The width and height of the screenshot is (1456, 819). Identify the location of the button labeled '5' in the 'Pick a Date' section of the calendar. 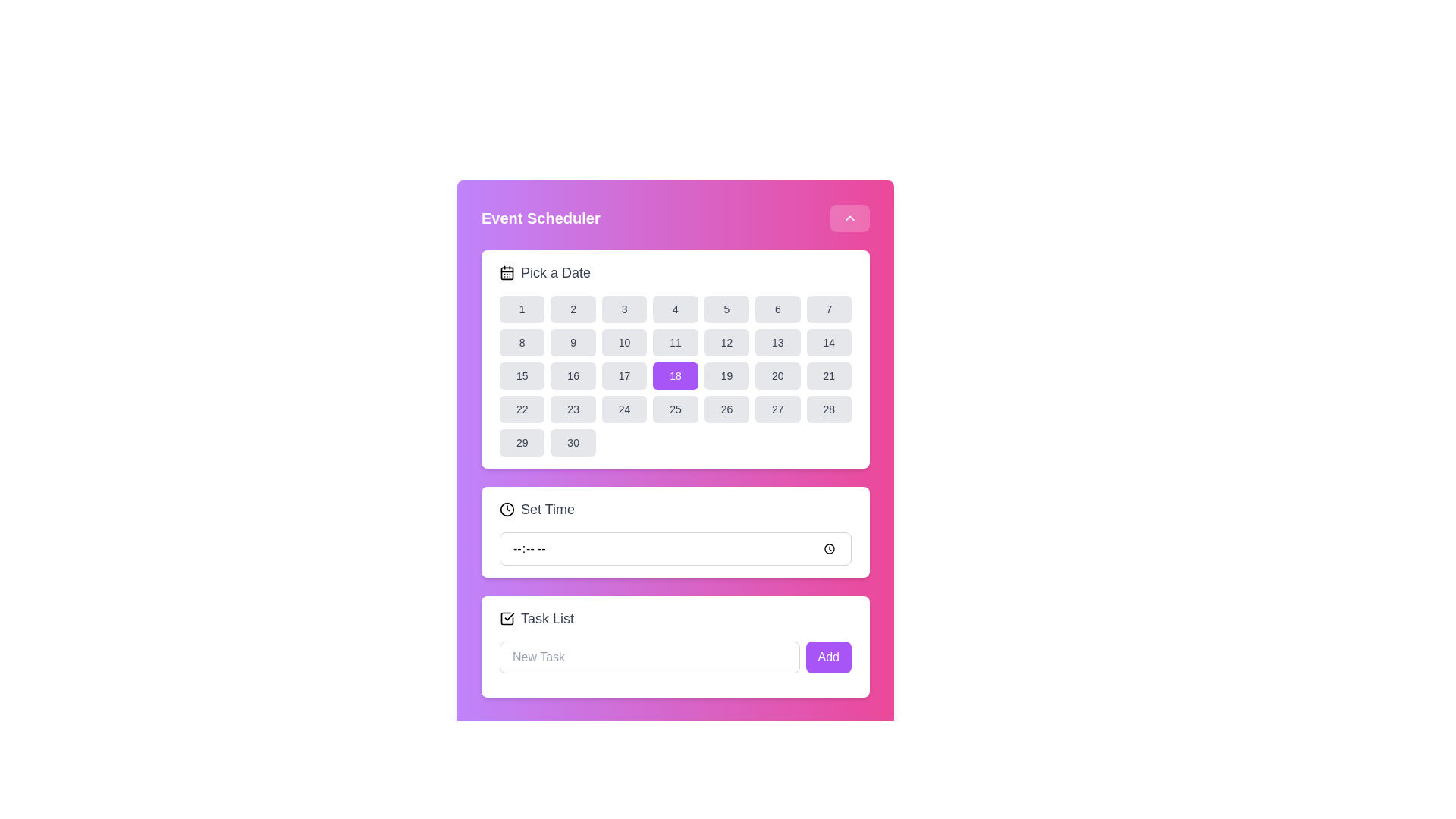
(726, 309).